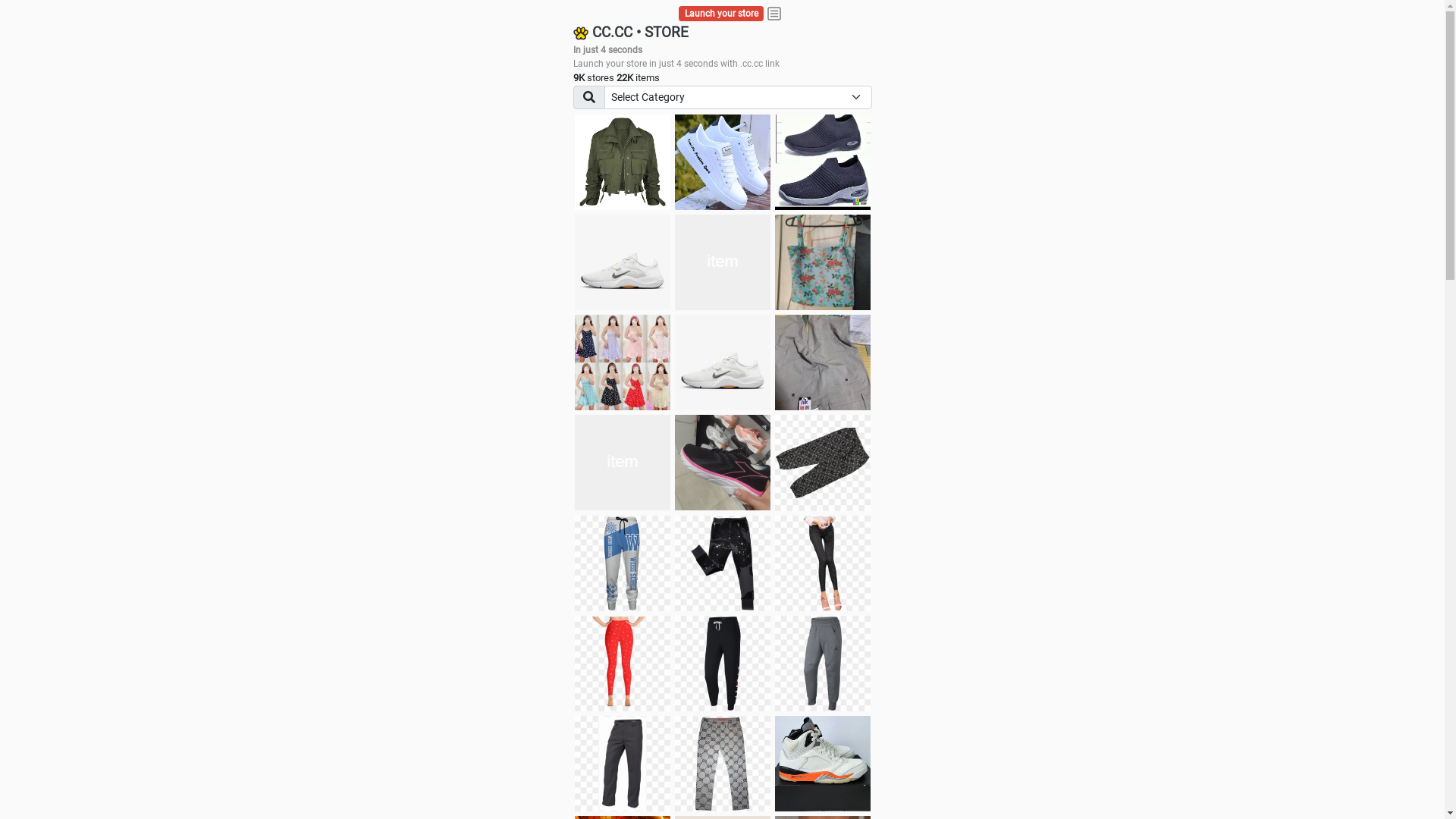  Describe the element at coordinates (821, 461) in the screenshot. I see `'Short pant'` at that location.